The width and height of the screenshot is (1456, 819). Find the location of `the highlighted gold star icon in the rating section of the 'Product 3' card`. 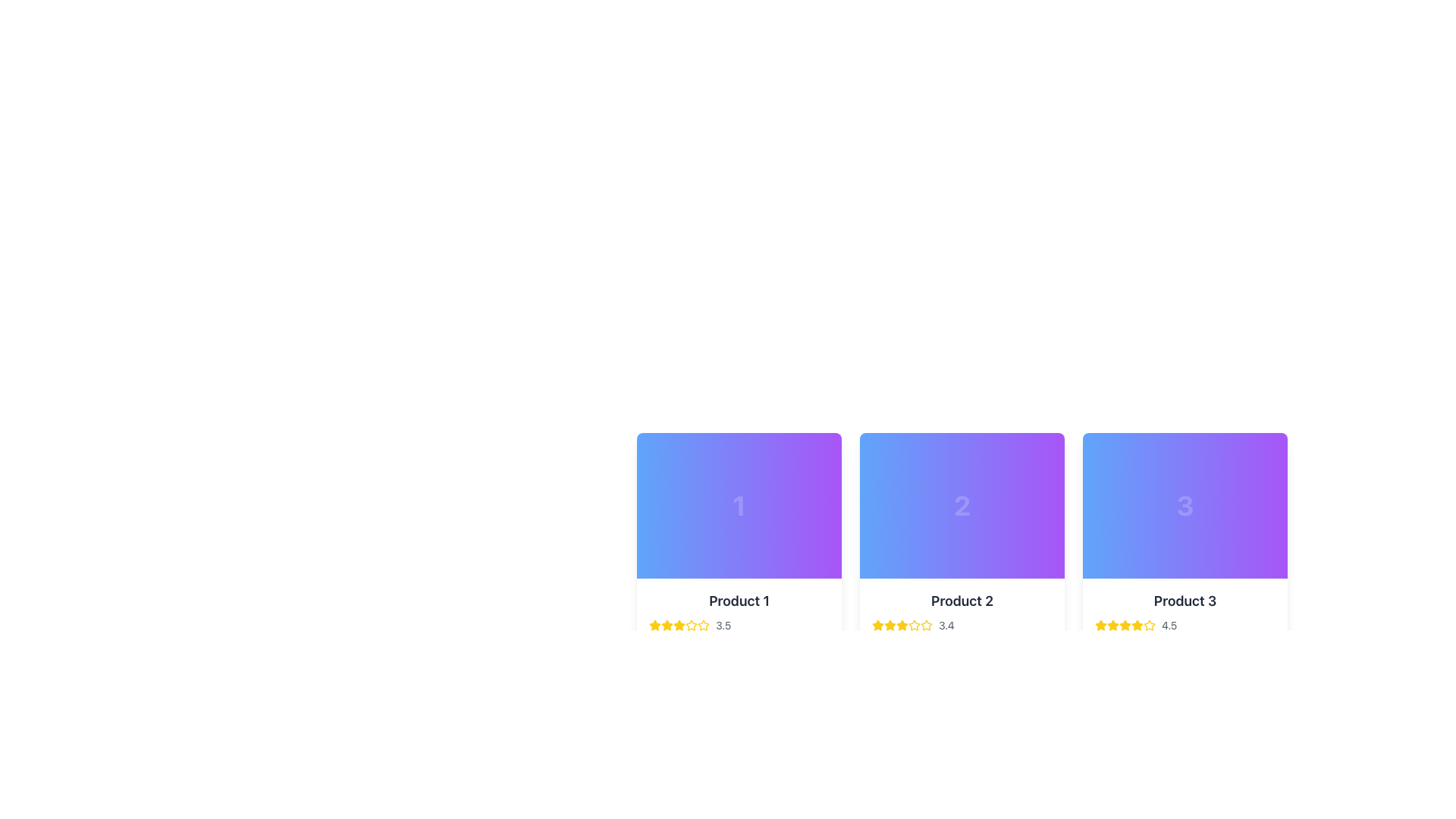

the highlighted gold star icon in the rating section of the 'Product 3' card is located at coordinates (1100, 625).